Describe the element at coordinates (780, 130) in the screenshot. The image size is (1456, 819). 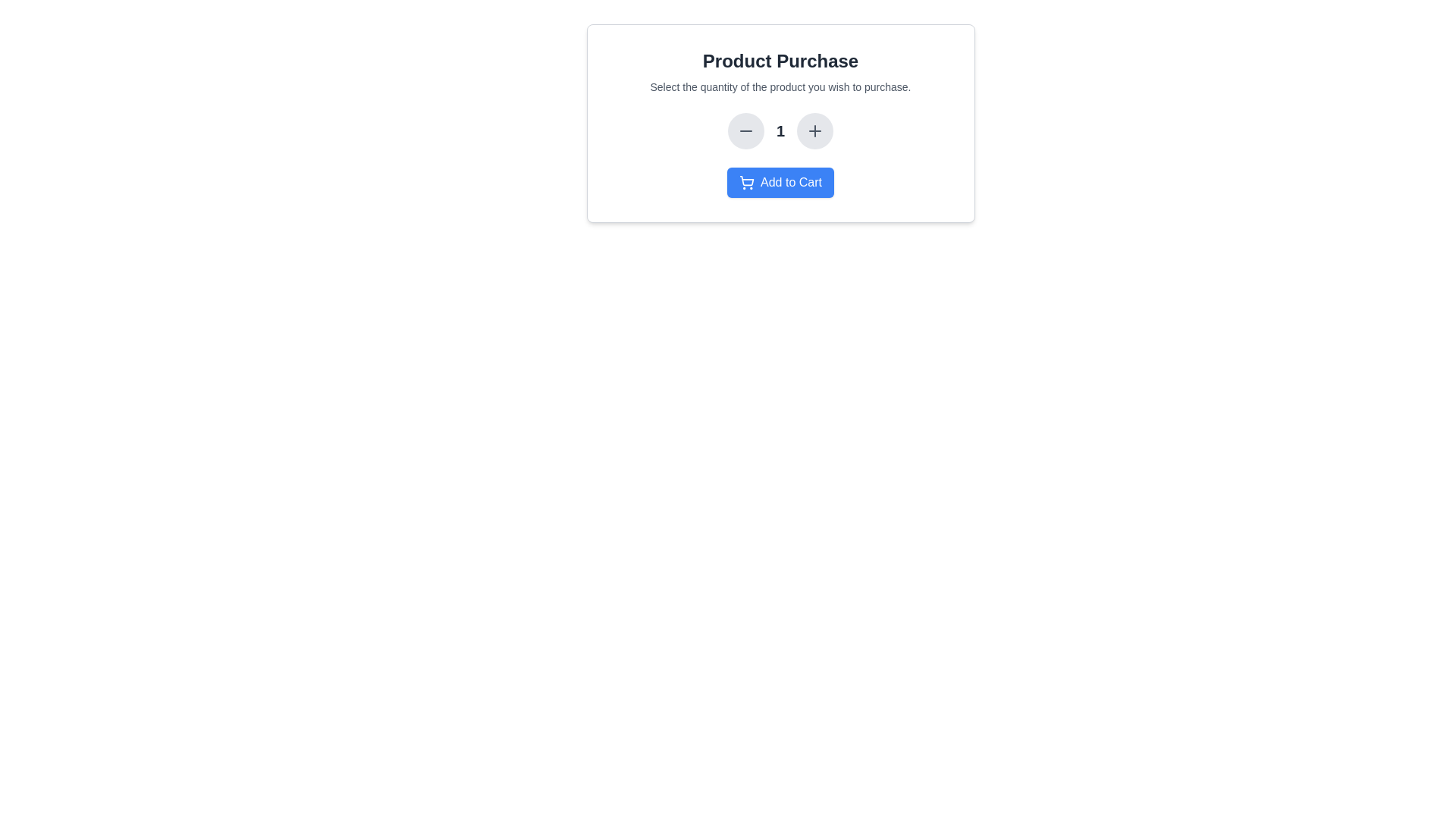
I see `the numeric display showing the value '1', which is styled with a bold font and positioned between two circular buttons for quantity selection` at that location.